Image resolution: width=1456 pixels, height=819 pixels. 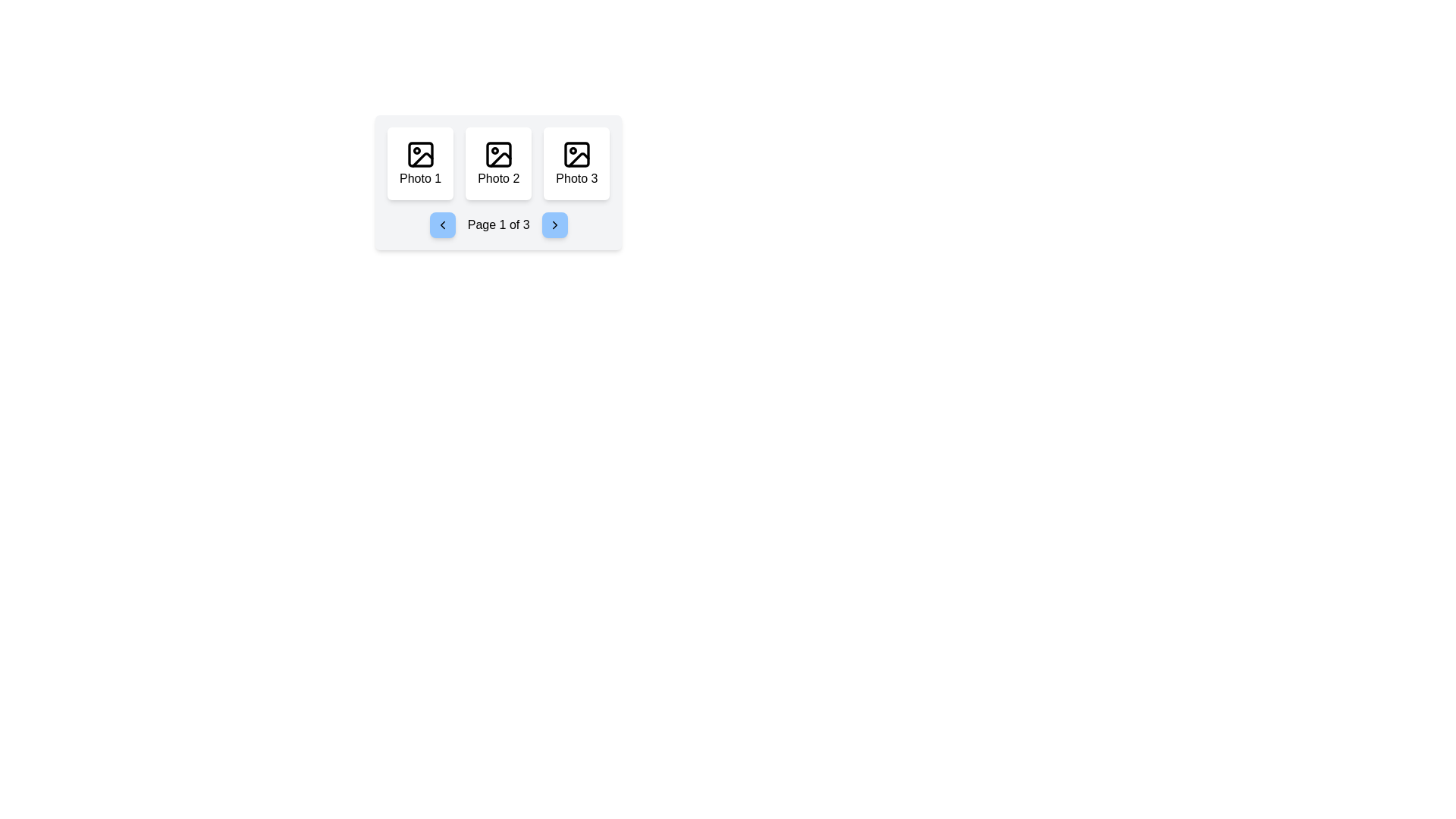 I want to click on the Text Display element that shows the current page number and total pages, located below the photo grid and between the arrow buttons, so click(x=498, y=225).